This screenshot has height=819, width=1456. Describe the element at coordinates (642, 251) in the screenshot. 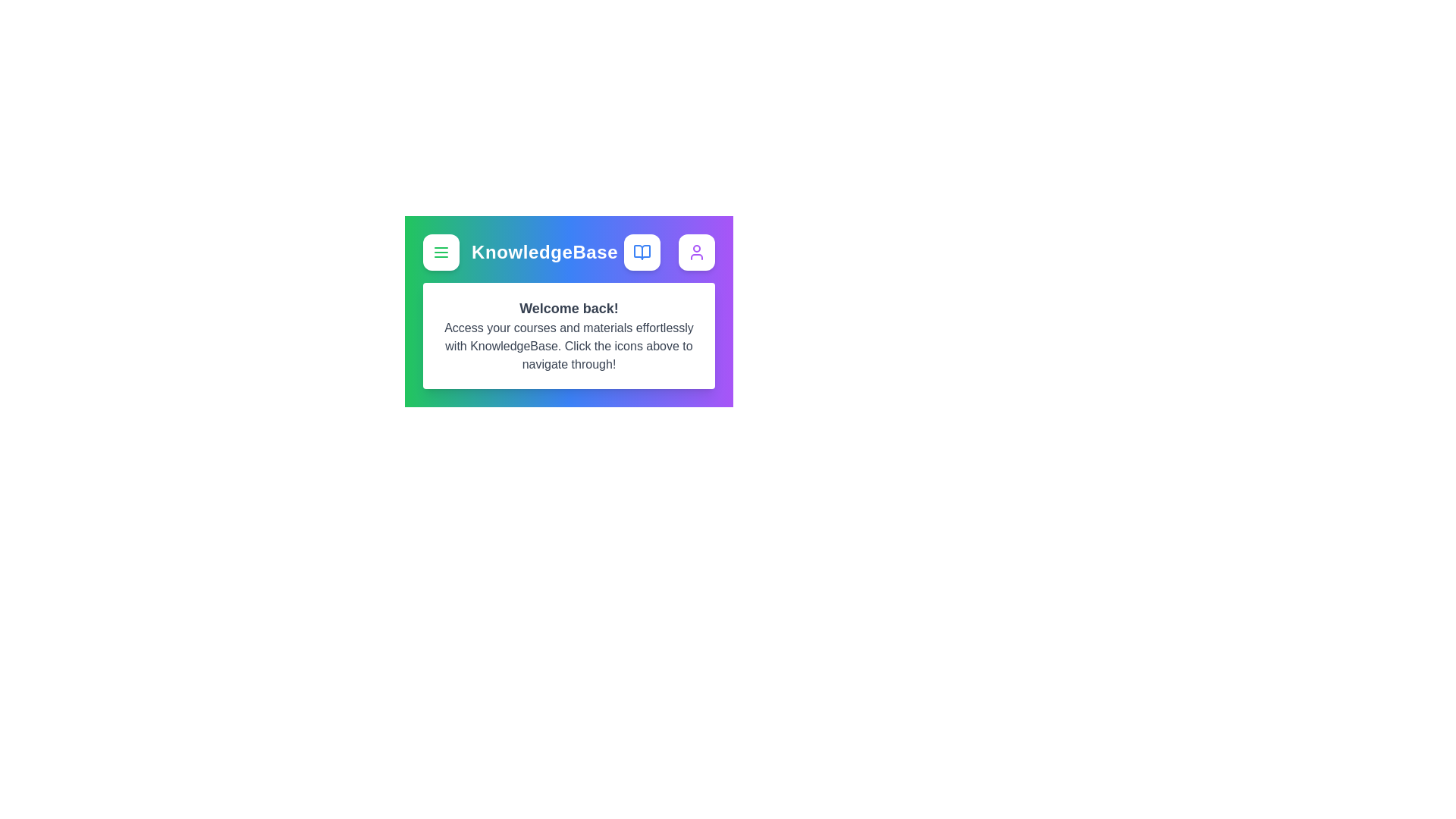

I see `the BookOpen icon to observe hover effects` at that location.